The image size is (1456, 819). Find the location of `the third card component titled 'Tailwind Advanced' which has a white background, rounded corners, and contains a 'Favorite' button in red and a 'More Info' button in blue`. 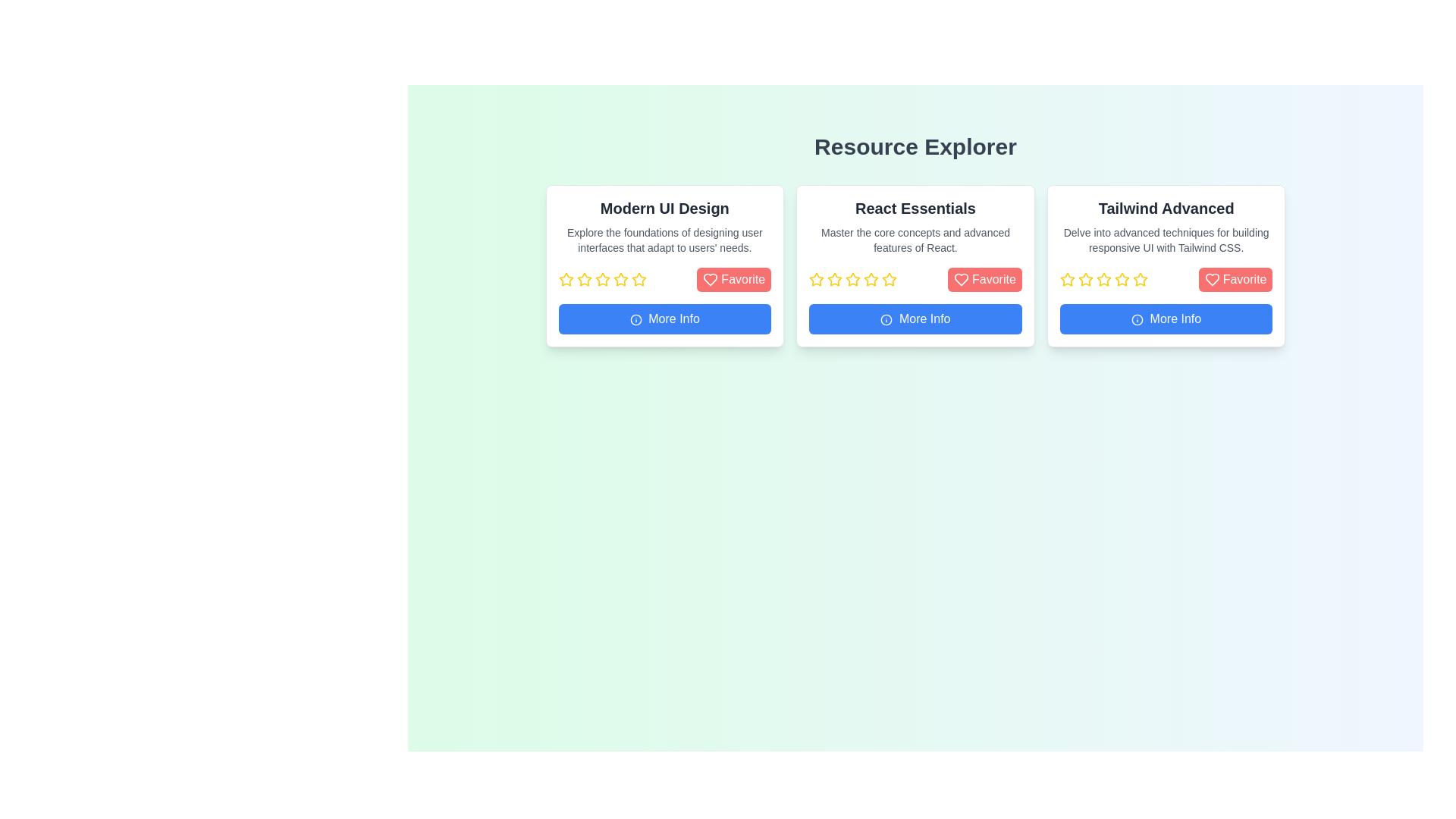

the third card component titled 'Tailwind Advanced' which has a white background, rounded corners, and contains a 'Favorite' button in red and a 'More Info' button in blue is located at coordinates (1166, 265).